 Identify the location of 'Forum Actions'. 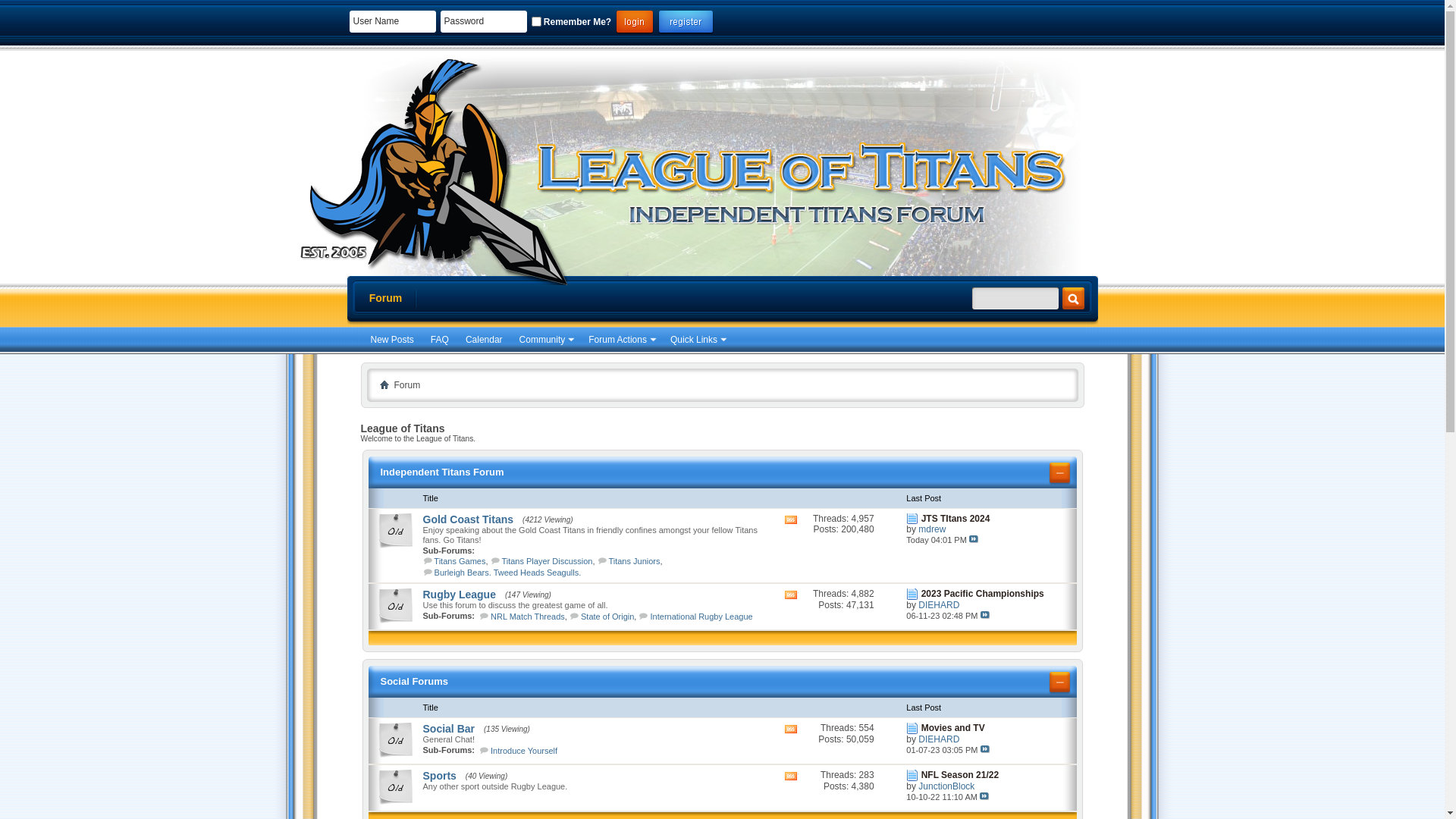
(621, 339).